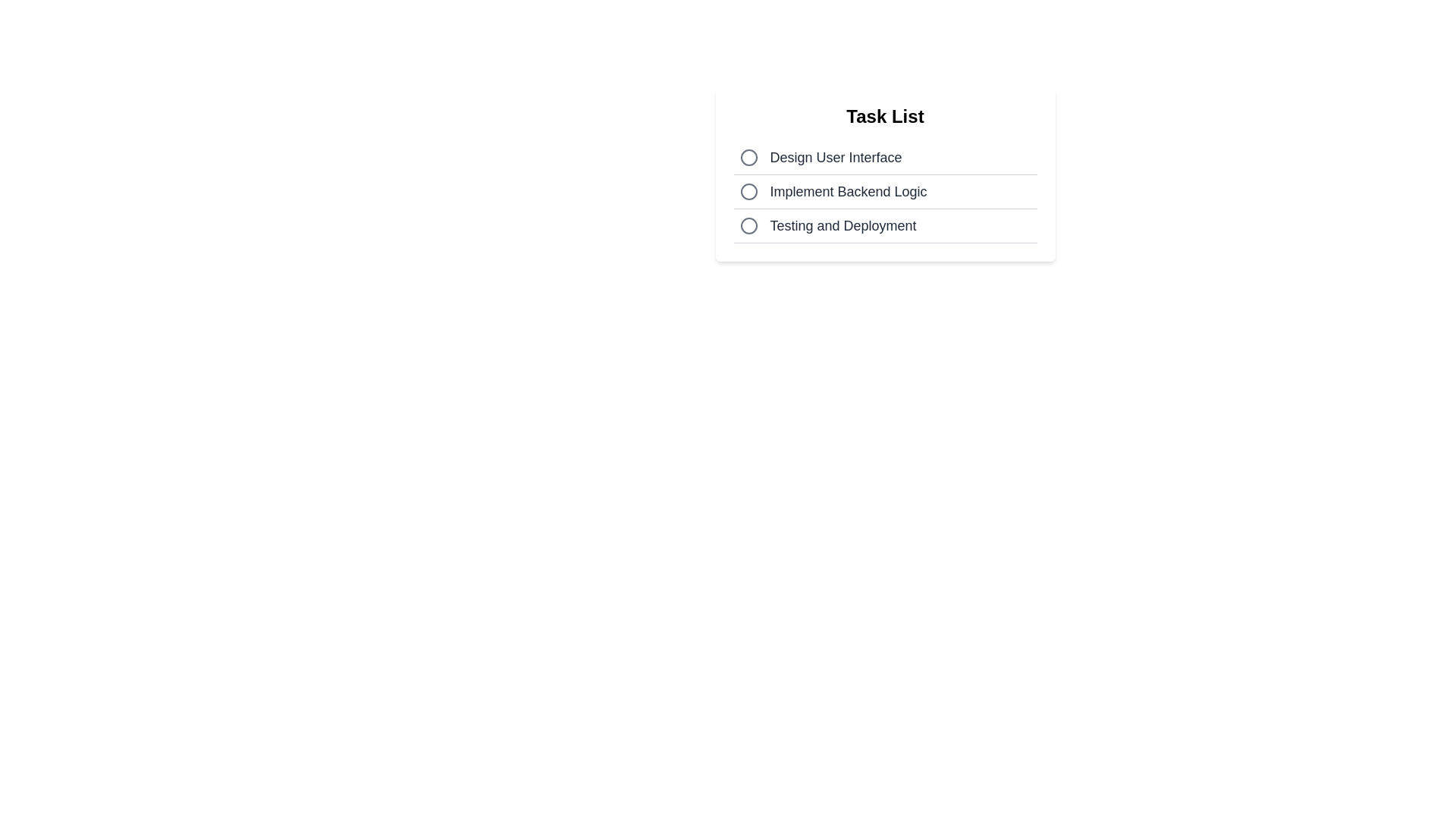 The image size is (1456, 819). What do you see at coordinates (843, 225) in the screenshot?
I see `the text label displaying 'Testing and Deployment', which is part of a list item and located to the right of a circular button` at bounding box center [843, 225].